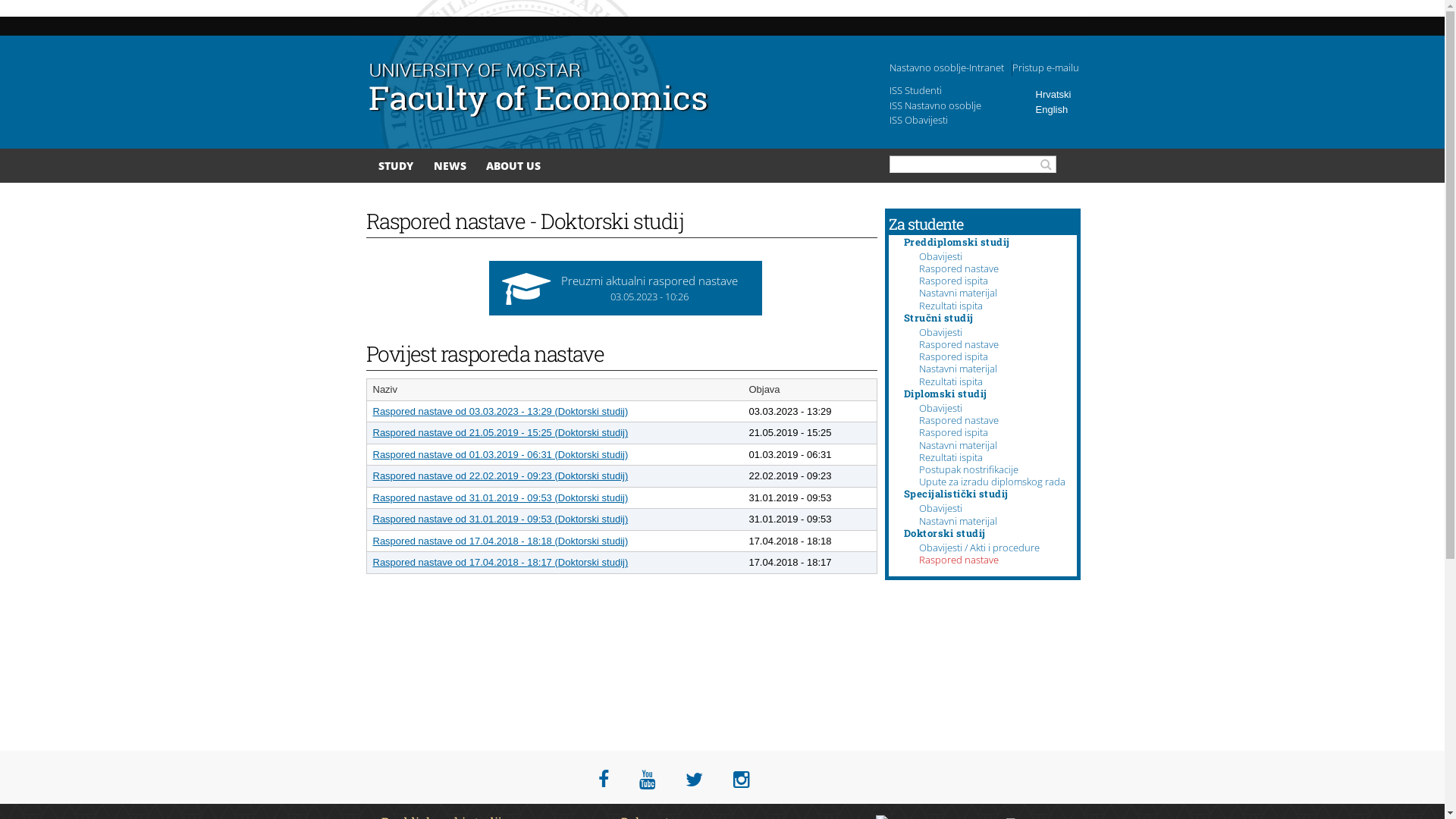 The width and height of the screenshot is (1456, 819). I want to click on 'Search', so click(1047, 164).